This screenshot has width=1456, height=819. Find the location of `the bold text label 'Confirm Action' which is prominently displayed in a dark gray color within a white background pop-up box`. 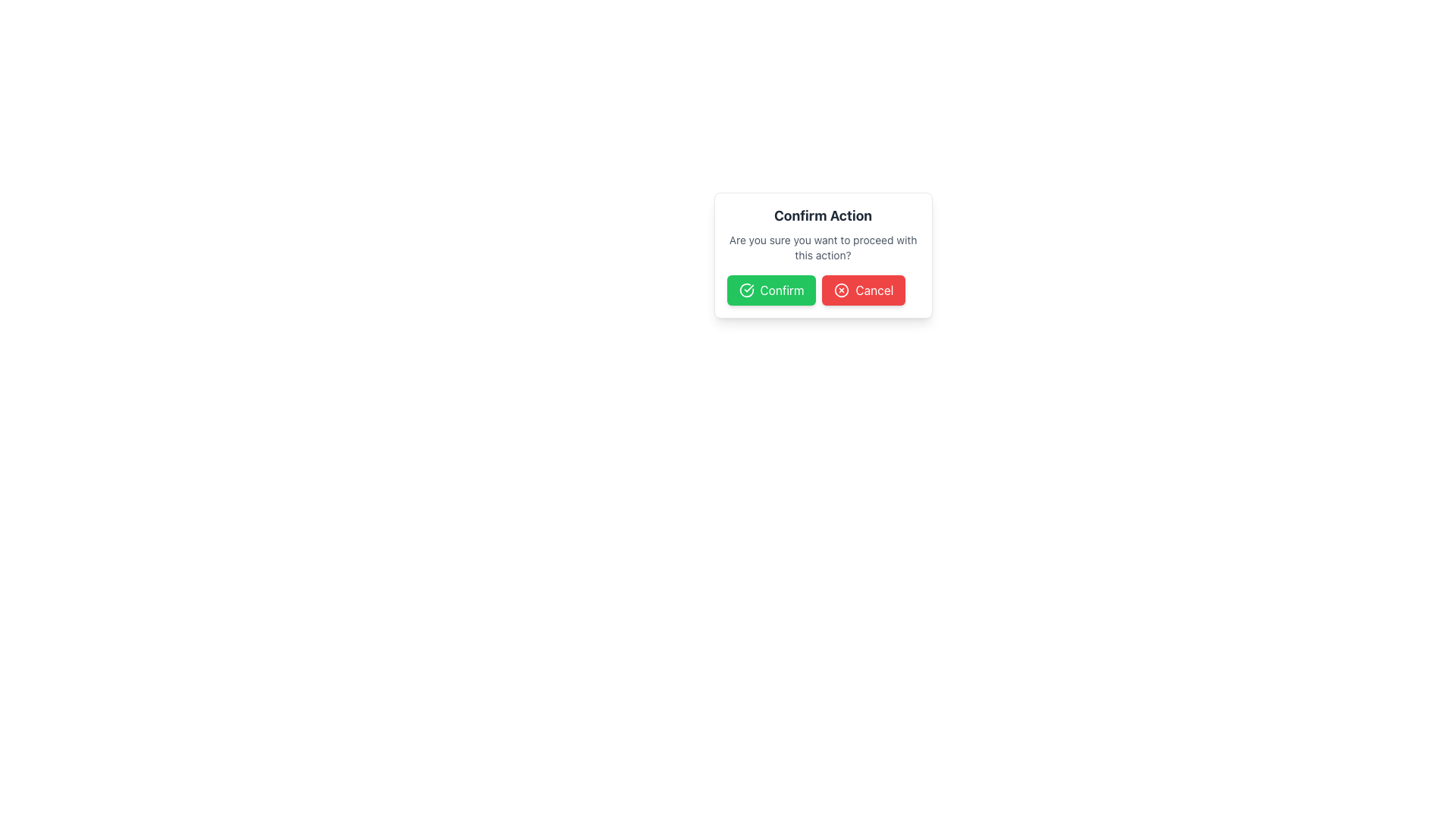

the bold text label 'Confirm Action' which is prominently displayed in a dark gray color within a white background pop-up box is located at coordinates (822, 216).